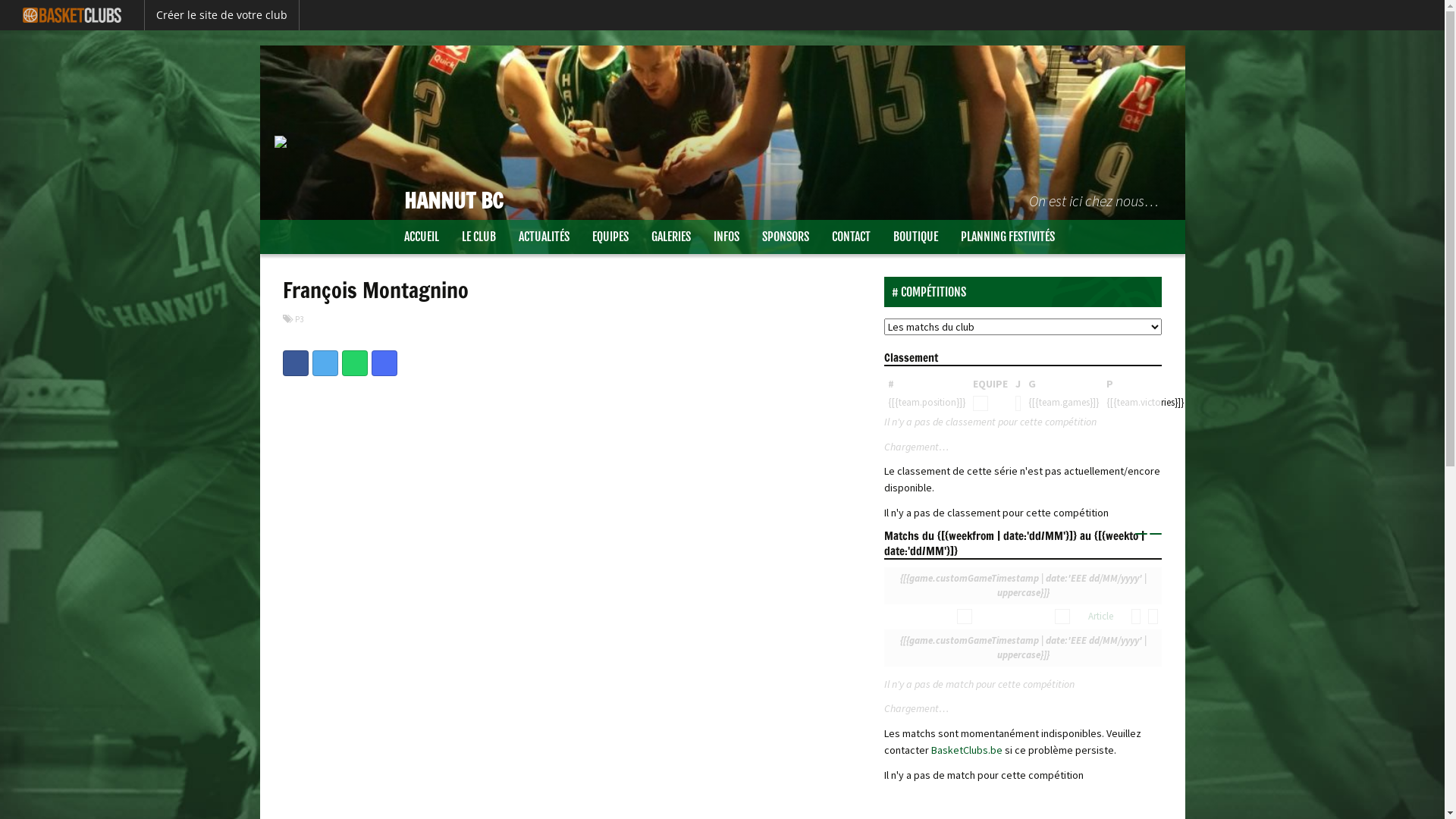  Describe the element at coordinates (282, 362) in the screenshot. I see `'Partager sur Facebook'` at that location.